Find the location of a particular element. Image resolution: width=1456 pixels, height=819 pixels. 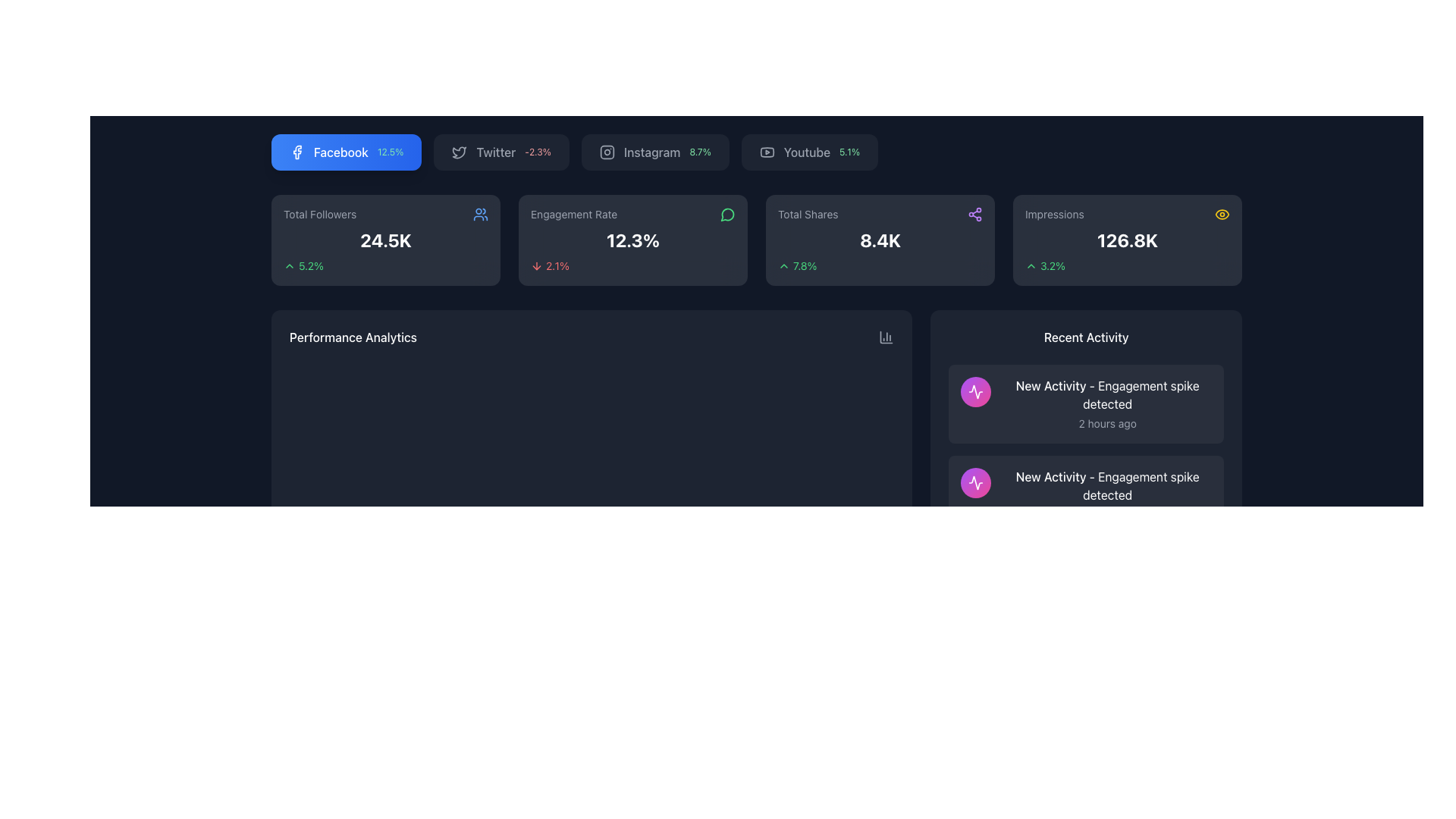

the highlighted title or summary of the activity in the Recent Activity section, located at the top of the first activity card, preceding the text 'Engagement spike detected' is located at coordinates (1050, 385).